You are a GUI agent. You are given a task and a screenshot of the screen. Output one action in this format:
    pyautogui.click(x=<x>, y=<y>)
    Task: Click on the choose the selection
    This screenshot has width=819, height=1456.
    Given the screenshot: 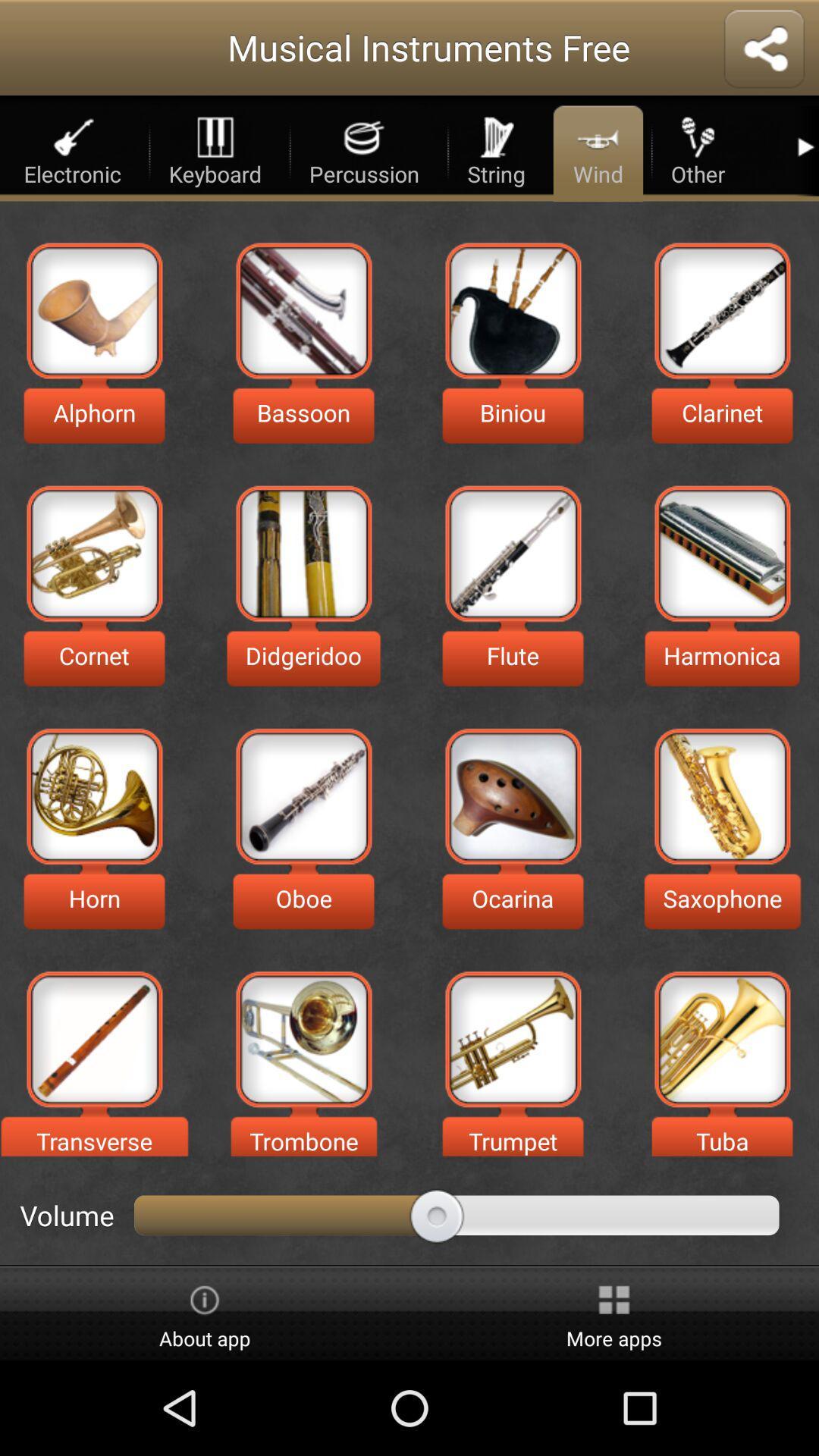 What is the action you would take?
    pyautogui.click(x=512, y=1038)
    